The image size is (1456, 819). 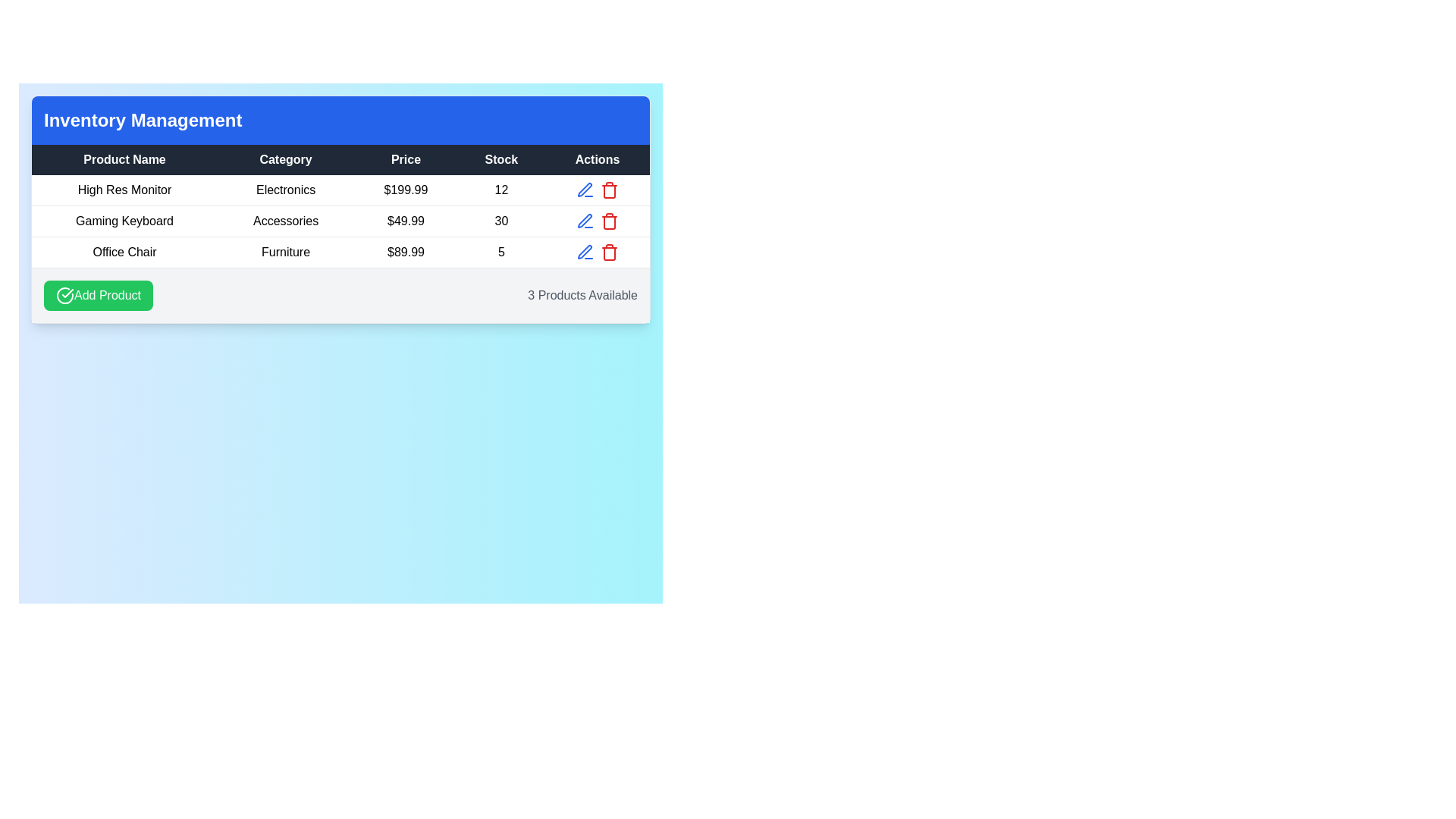 What do you see at coordinates (406, 251) in the screenshot?
I see `the price label for 'Office Chair' located in the fourth column of the third row in the 'Inventory Management' section` at bounding box center [406, 251].